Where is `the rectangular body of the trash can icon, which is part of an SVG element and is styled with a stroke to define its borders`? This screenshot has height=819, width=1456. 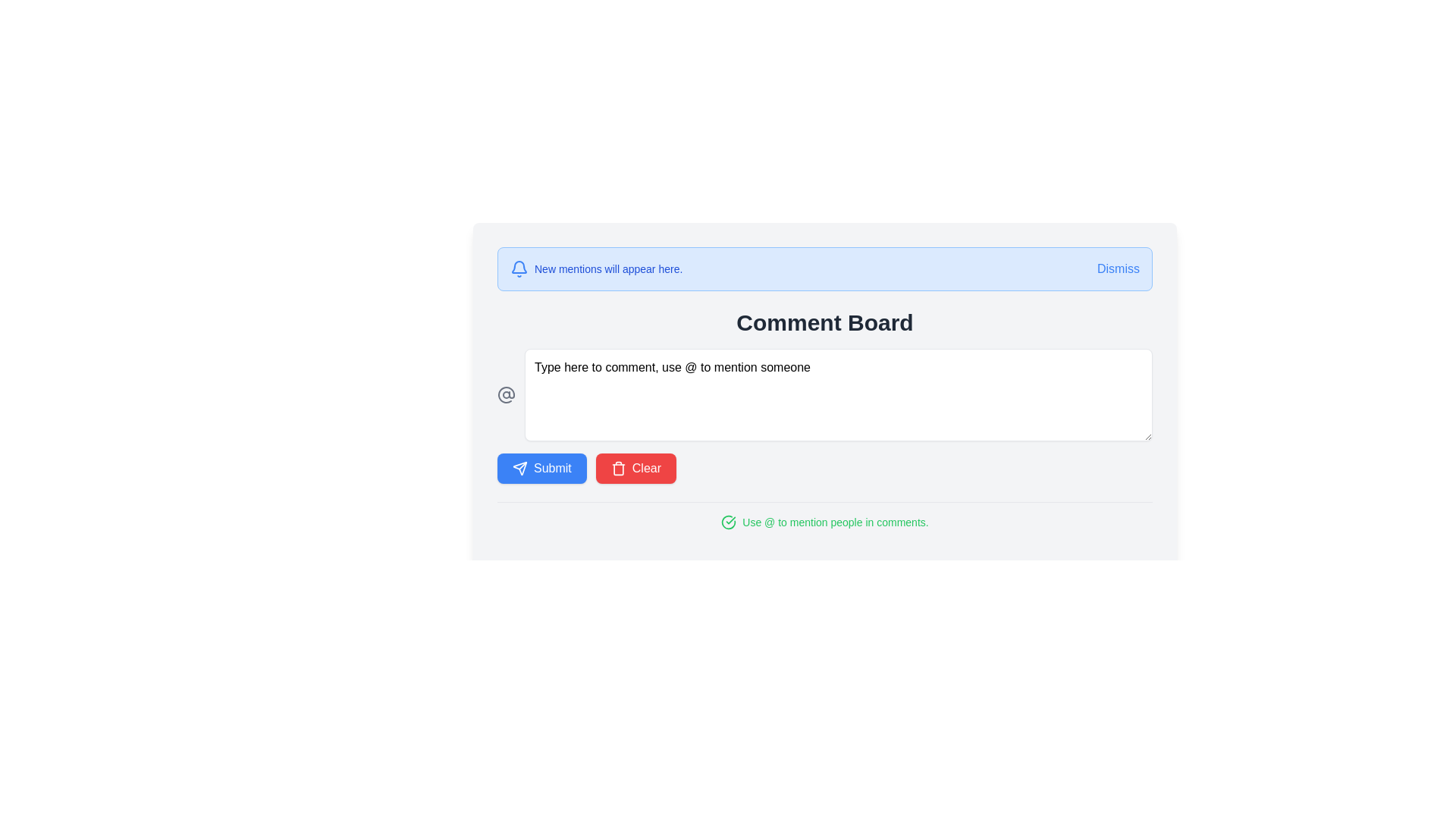 the rectangular body of the trash can icon, which is part of an SVG element and is styled with a stroke to define its borders is located at coordinates (618, 469).